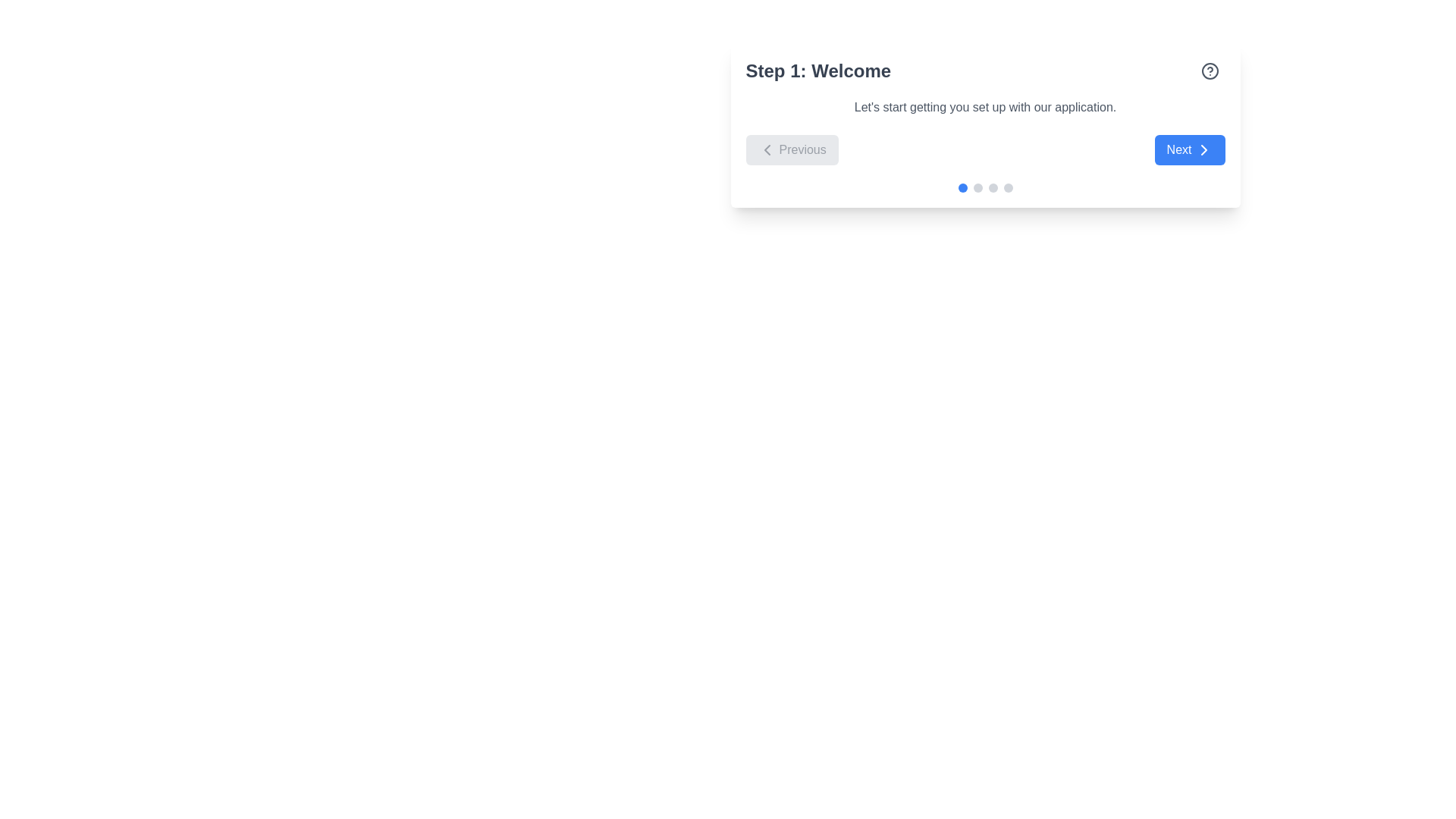 The width and height of the screenshot is (1456, 819). I want to click on the 'Next' button located on the right side of the navigation bar, so click(1189, 149).